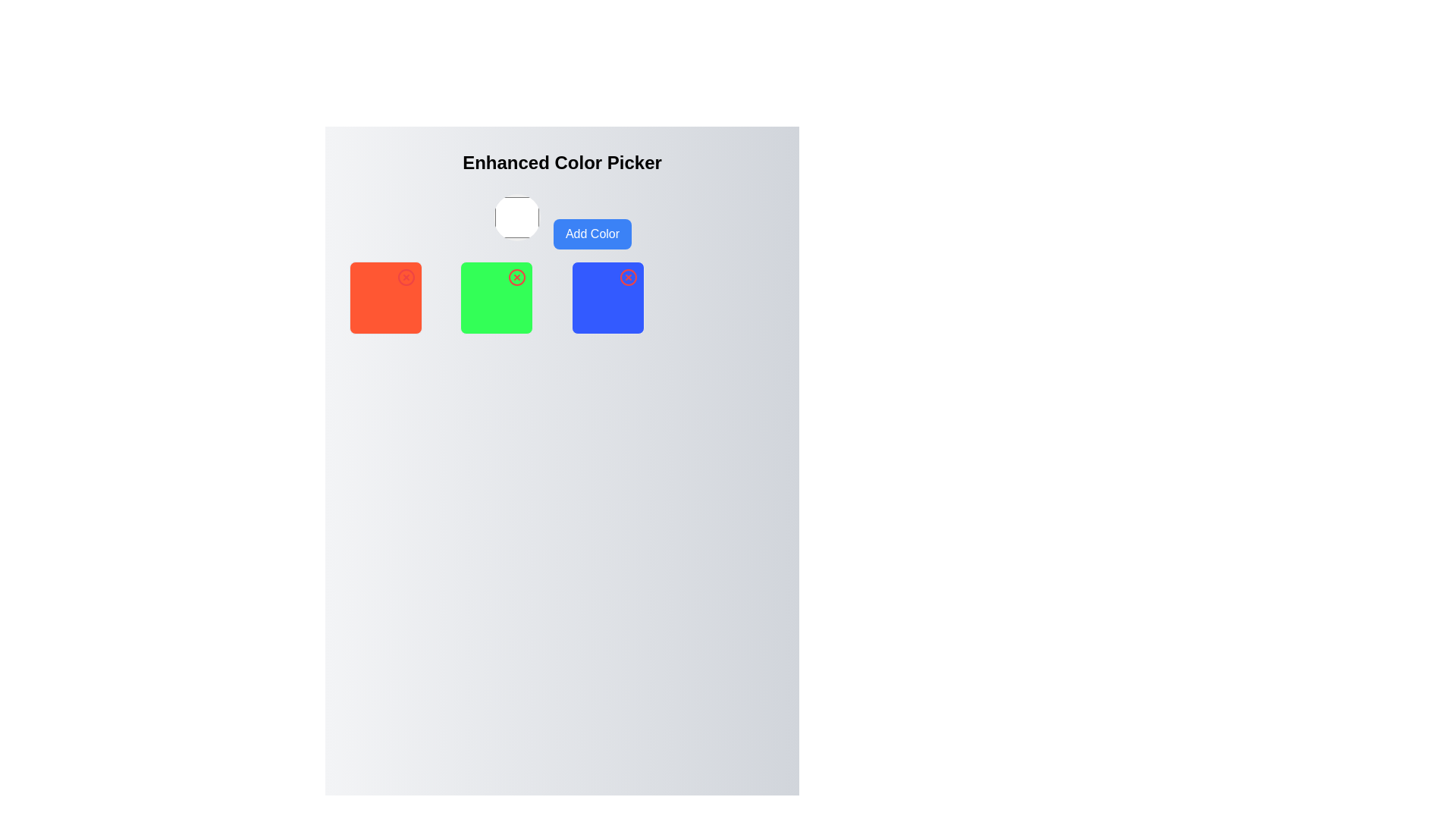 Image resolution: width=1456 pixels, height=819 pixels. What do you see at coordinates (385, 298) in the screenshot?
I see `the red square block with rounded corners, which contains a close icon` at bounding box center [385, 298].